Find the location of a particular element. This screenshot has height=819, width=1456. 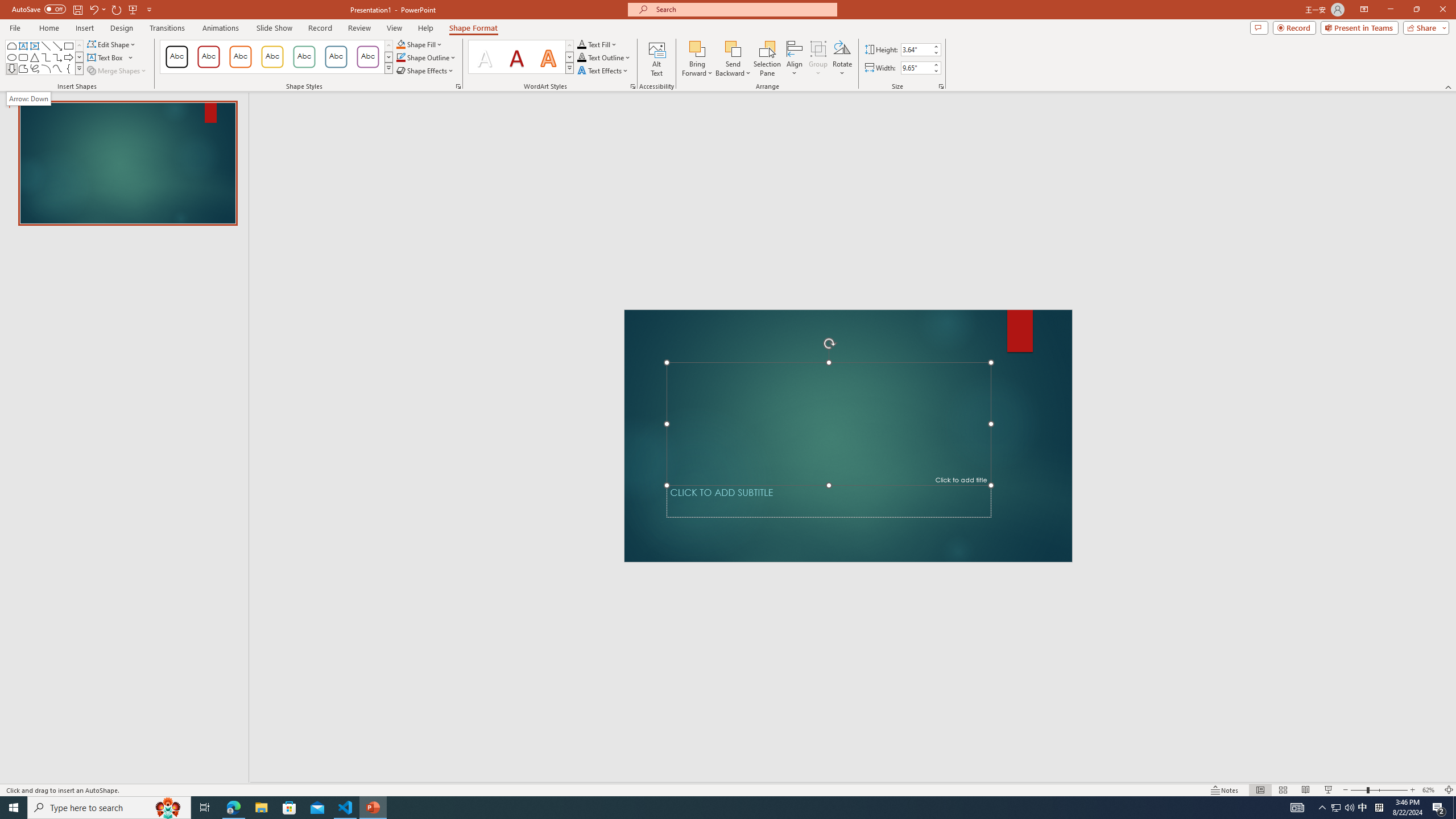

'Draw Horizontal Text Box' is located at coordinates (106, 56).